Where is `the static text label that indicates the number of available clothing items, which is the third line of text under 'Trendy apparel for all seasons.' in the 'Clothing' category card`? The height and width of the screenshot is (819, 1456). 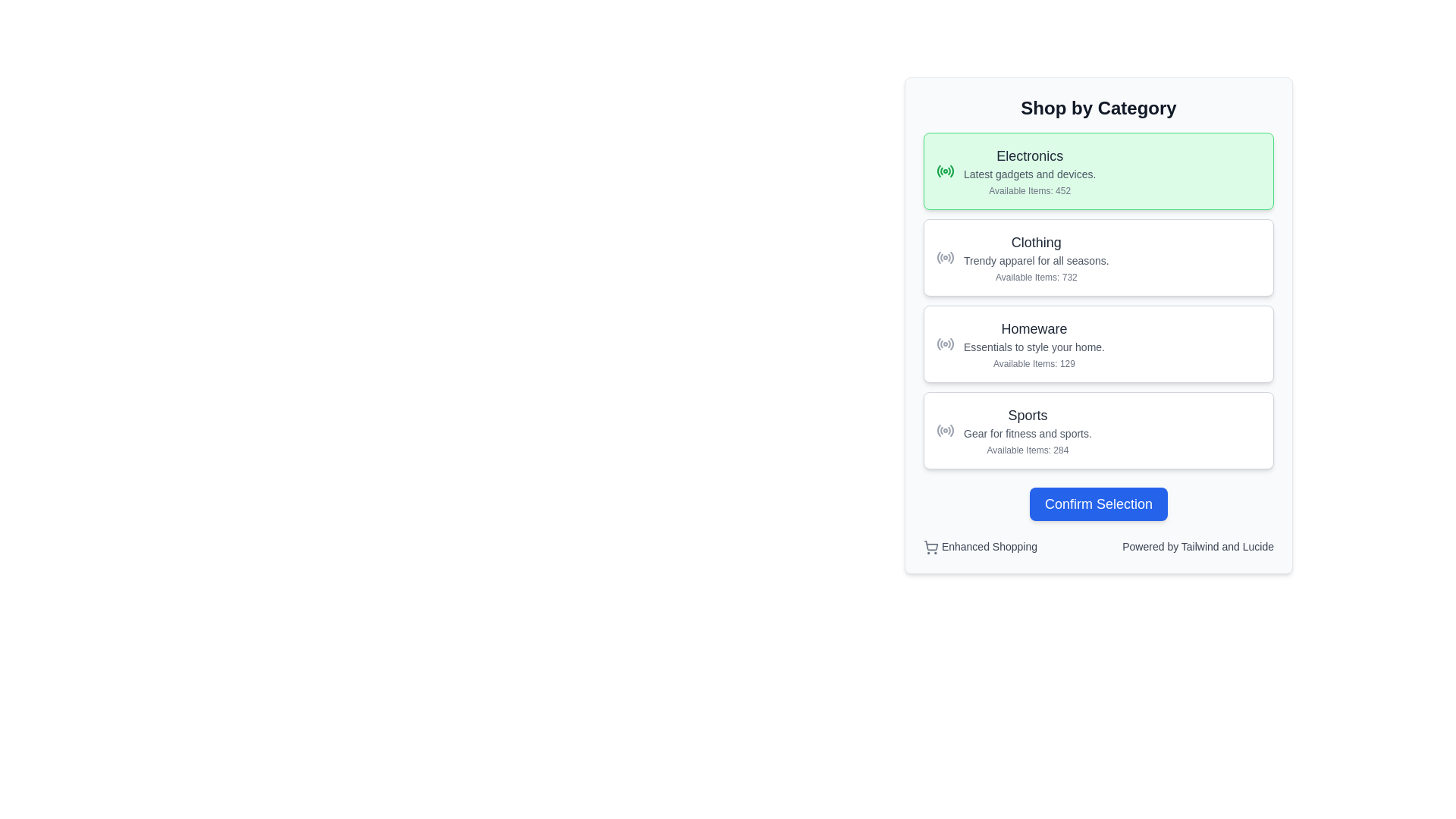 the static text label that indicates the number of available clothing items, which is the third line of text under 'Trendy apparel for all seasons.' in the 'Clothing' category card is located at coordinates (1035, 278).